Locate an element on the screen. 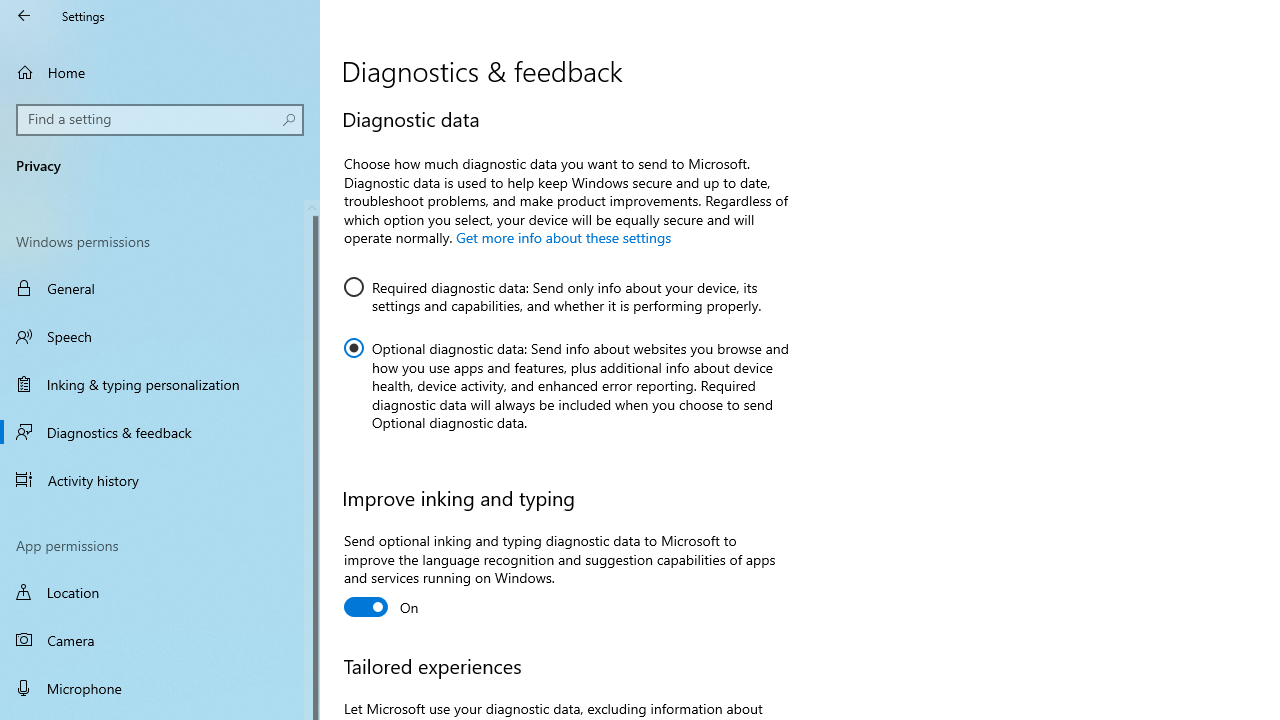  'Activity history' is located at coordinates (160, 479).